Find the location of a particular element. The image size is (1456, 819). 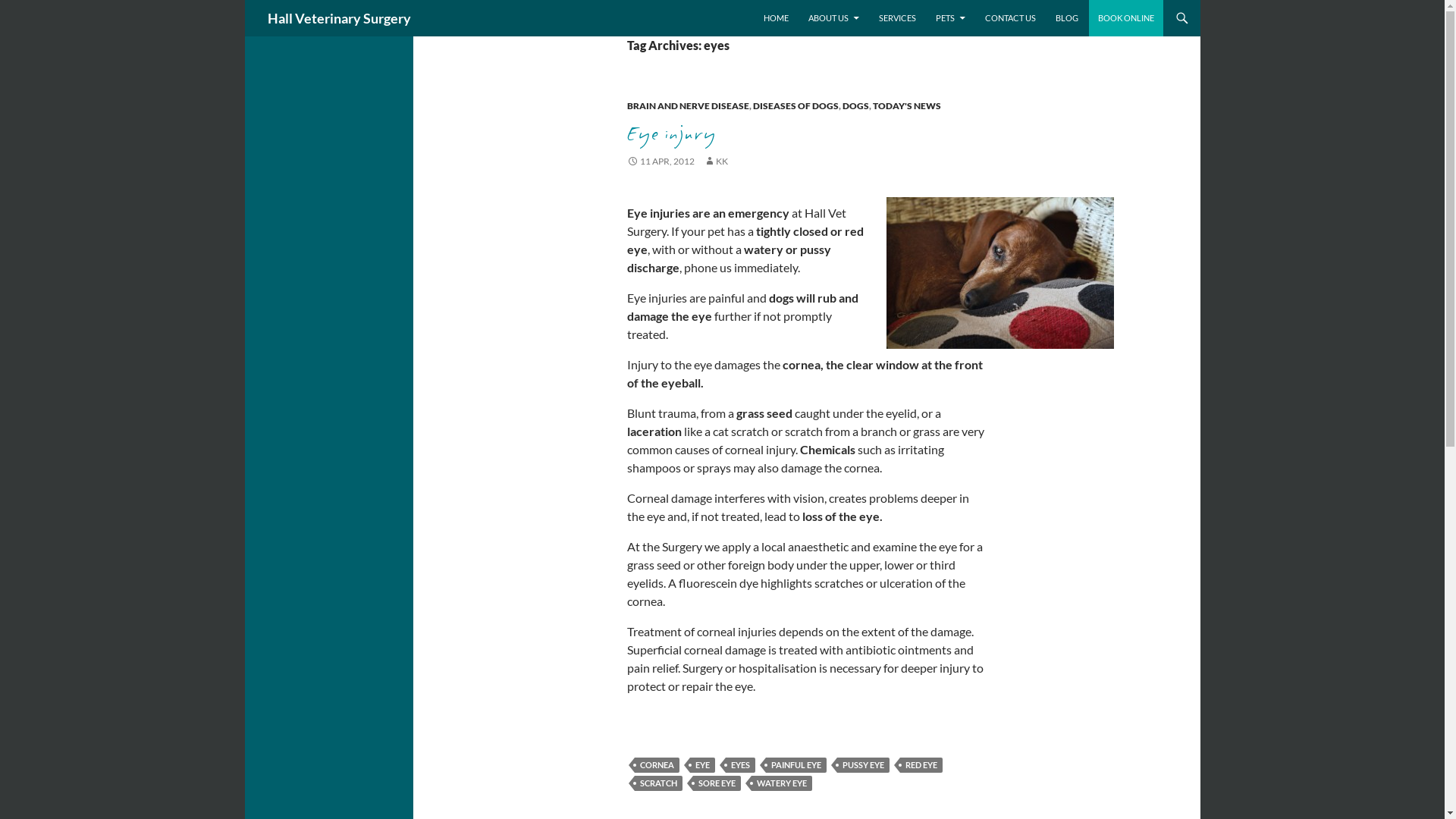

'BOOK ONLINE' is located at coordinates (1125, 17).